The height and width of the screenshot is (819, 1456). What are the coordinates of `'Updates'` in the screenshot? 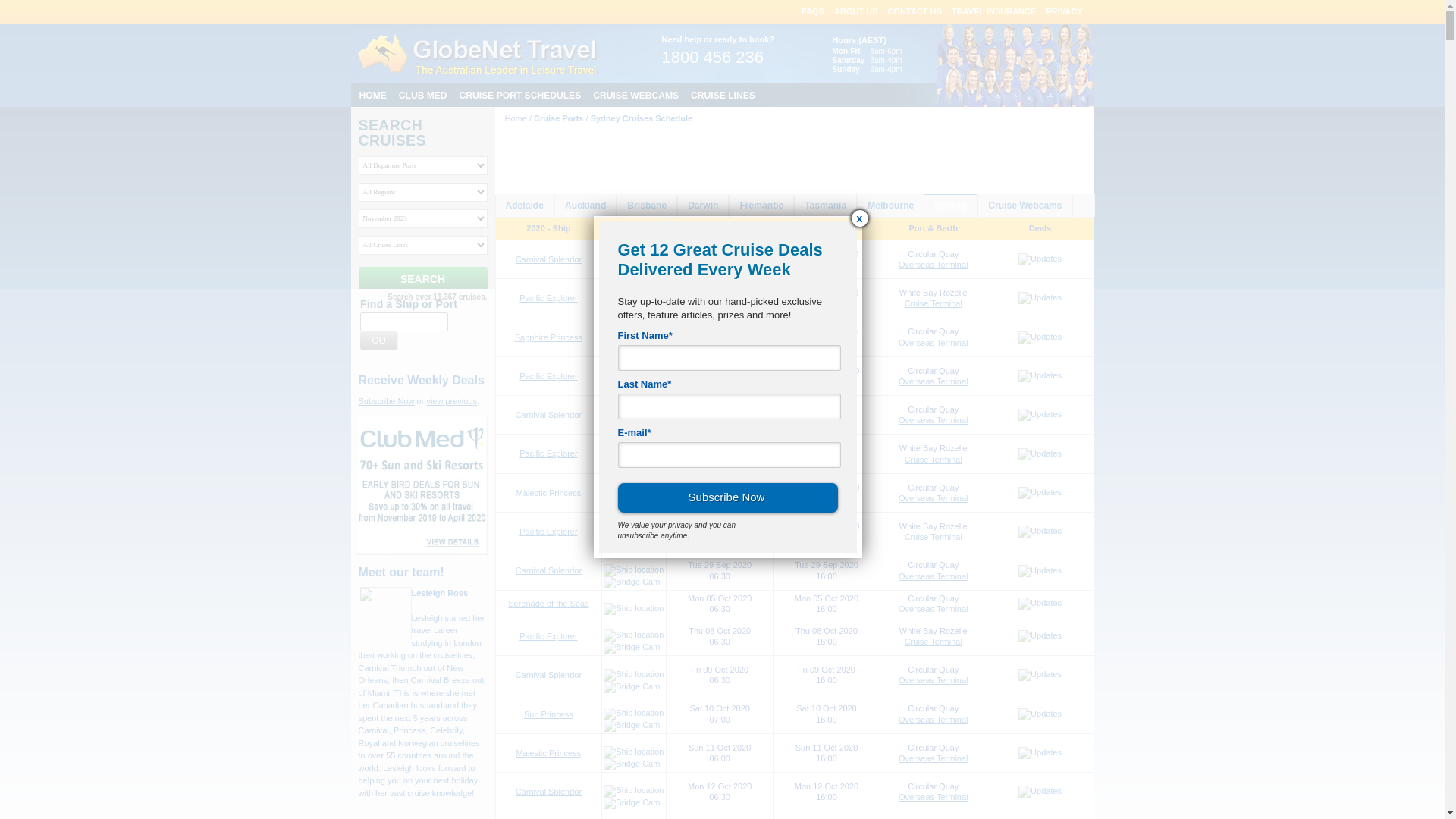 It's located at (1039, 259).